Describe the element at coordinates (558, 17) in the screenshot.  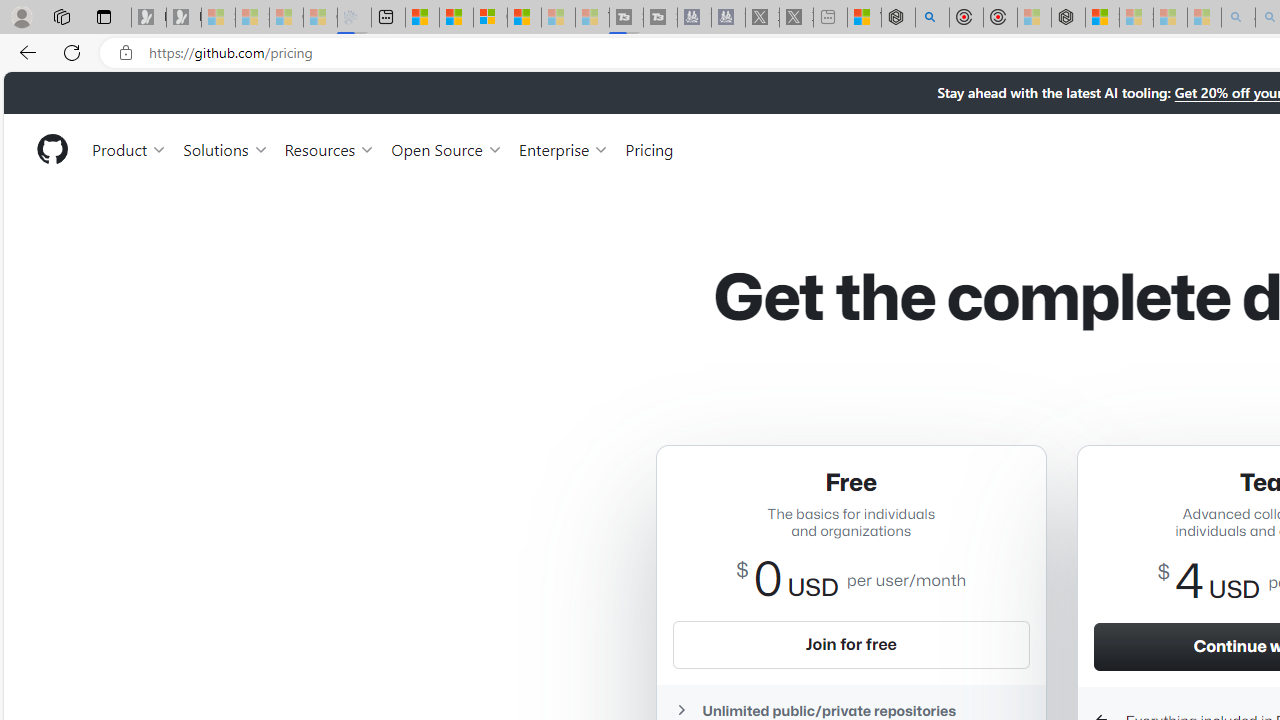
I see `'Microsoft Start - Sleeping'` at that location.